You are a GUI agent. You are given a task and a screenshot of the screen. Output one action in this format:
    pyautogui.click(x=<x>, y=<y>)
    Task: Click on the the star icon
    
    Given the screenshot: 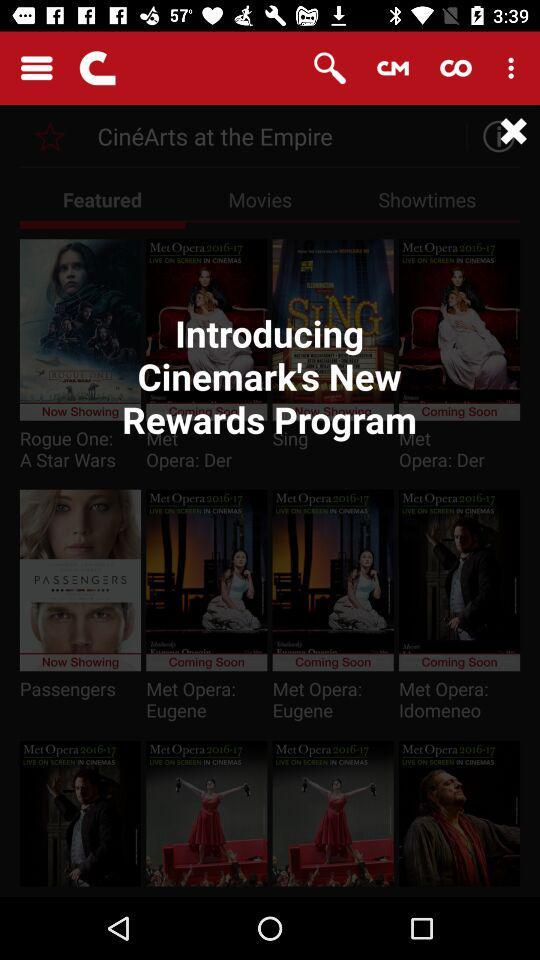 What is the action you would take?
    pyautogui.click(x=50, y=135)
    